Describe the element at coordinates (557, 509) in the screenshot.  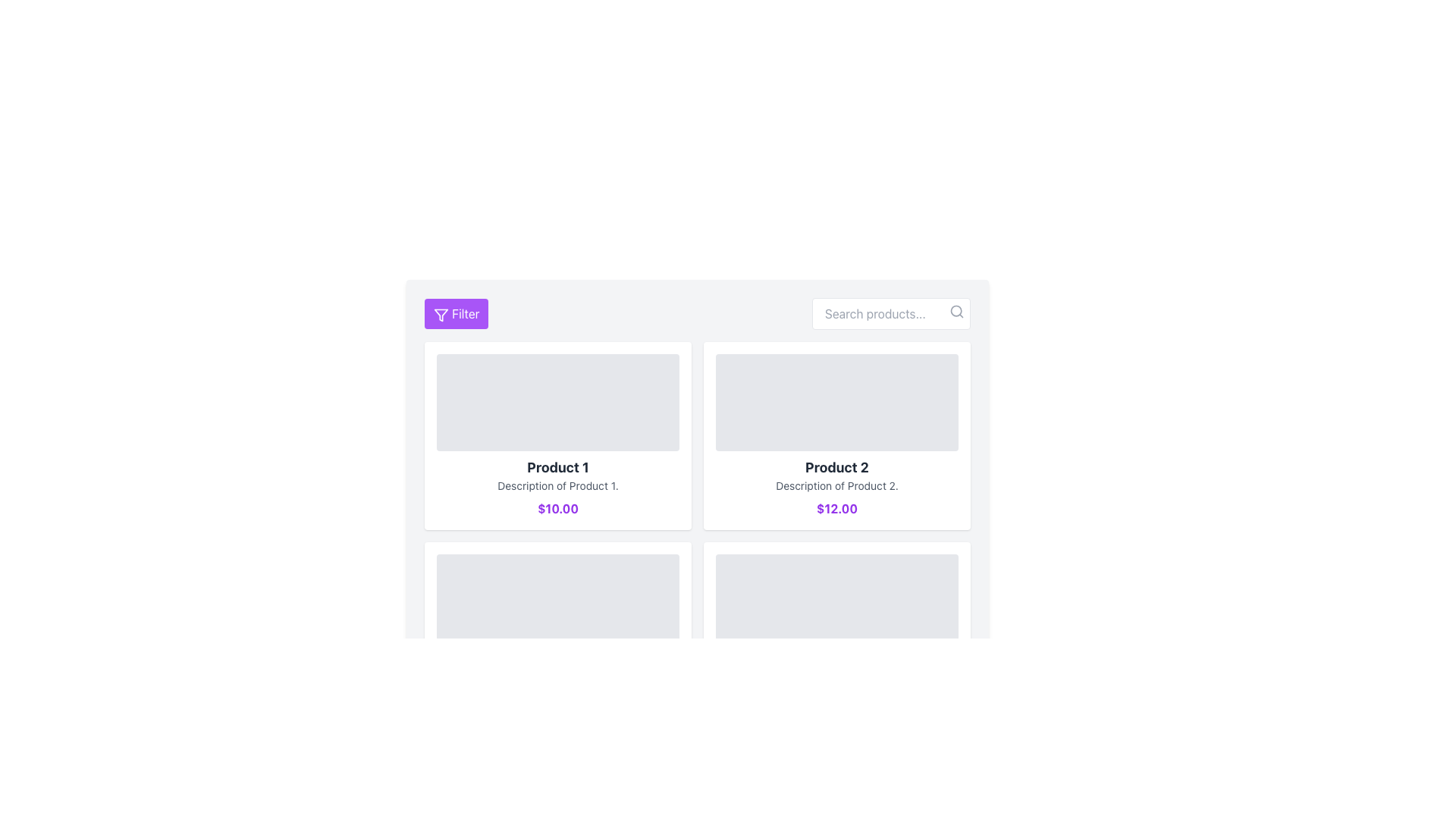
I see `price displayed in the Text Display element located below 'Description of Product 1' and centered within the 'Product 1' card` at that location.